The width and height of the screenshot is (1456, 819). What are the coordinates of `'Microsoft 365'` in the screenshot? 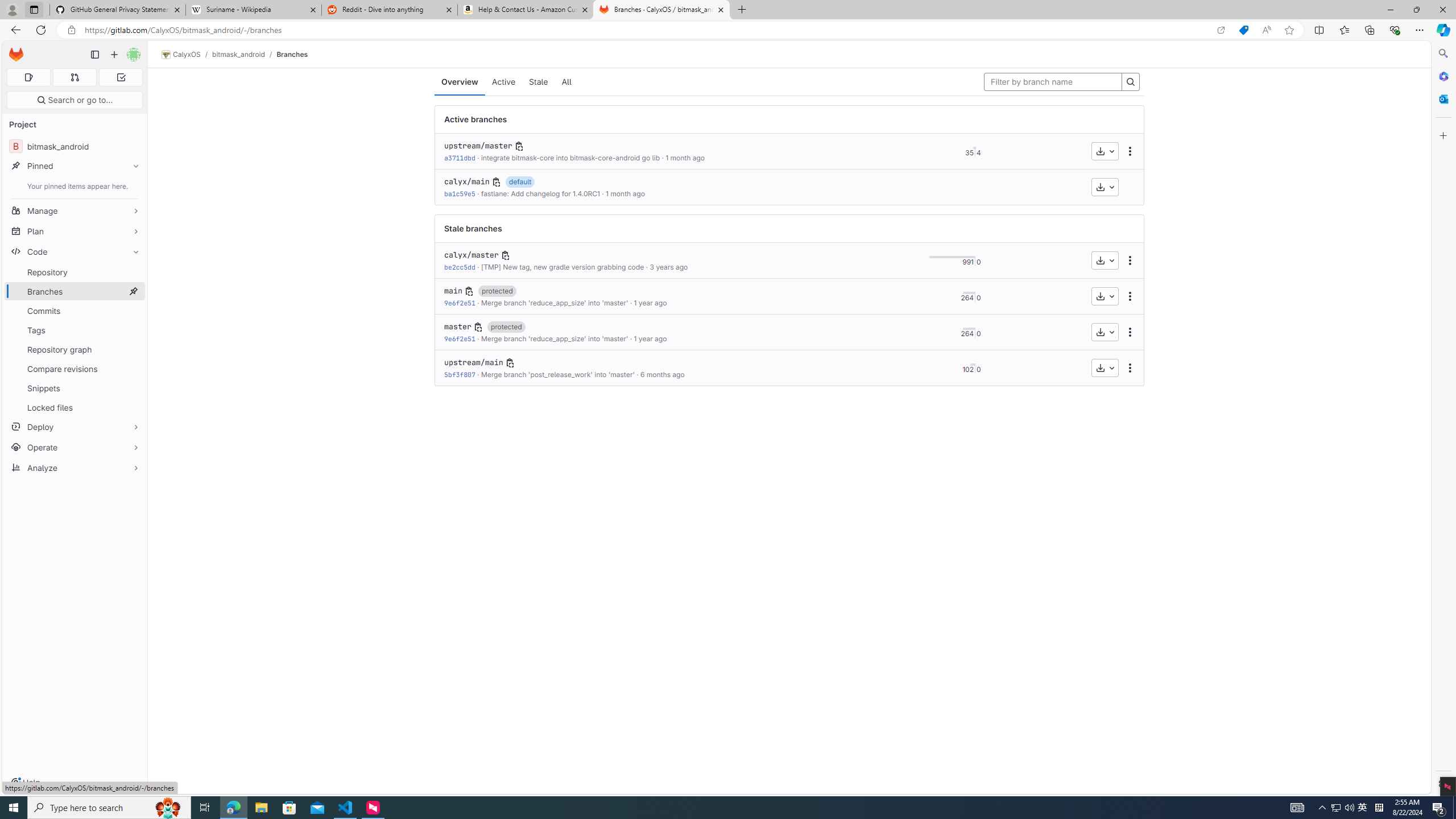 It's located at (1442, 76).